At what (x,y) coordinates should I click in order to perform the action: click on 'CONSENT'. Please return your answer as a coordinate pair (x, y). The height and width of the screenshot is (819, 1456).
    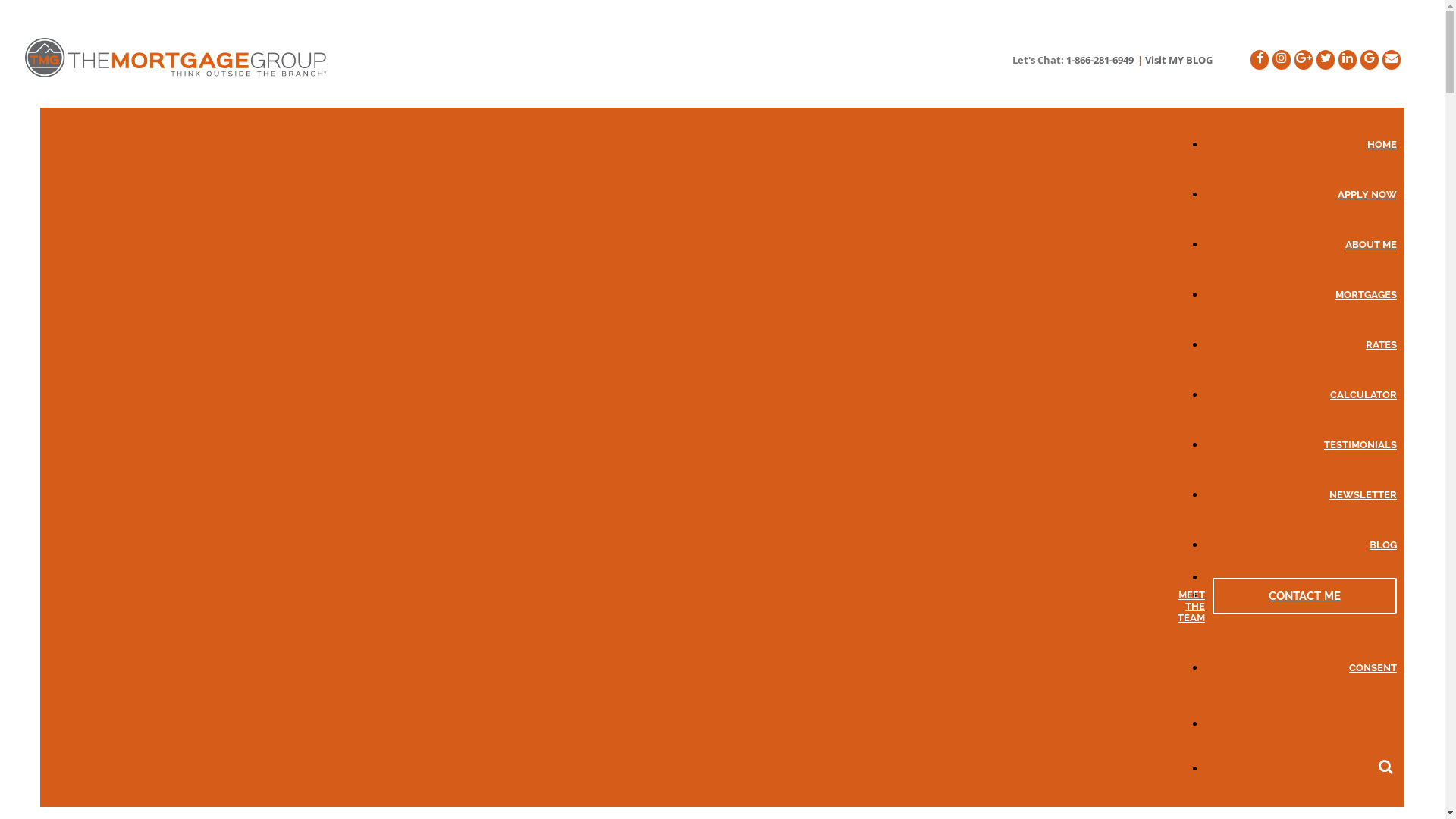
    Looking at the image, I should click on (1300, 664).